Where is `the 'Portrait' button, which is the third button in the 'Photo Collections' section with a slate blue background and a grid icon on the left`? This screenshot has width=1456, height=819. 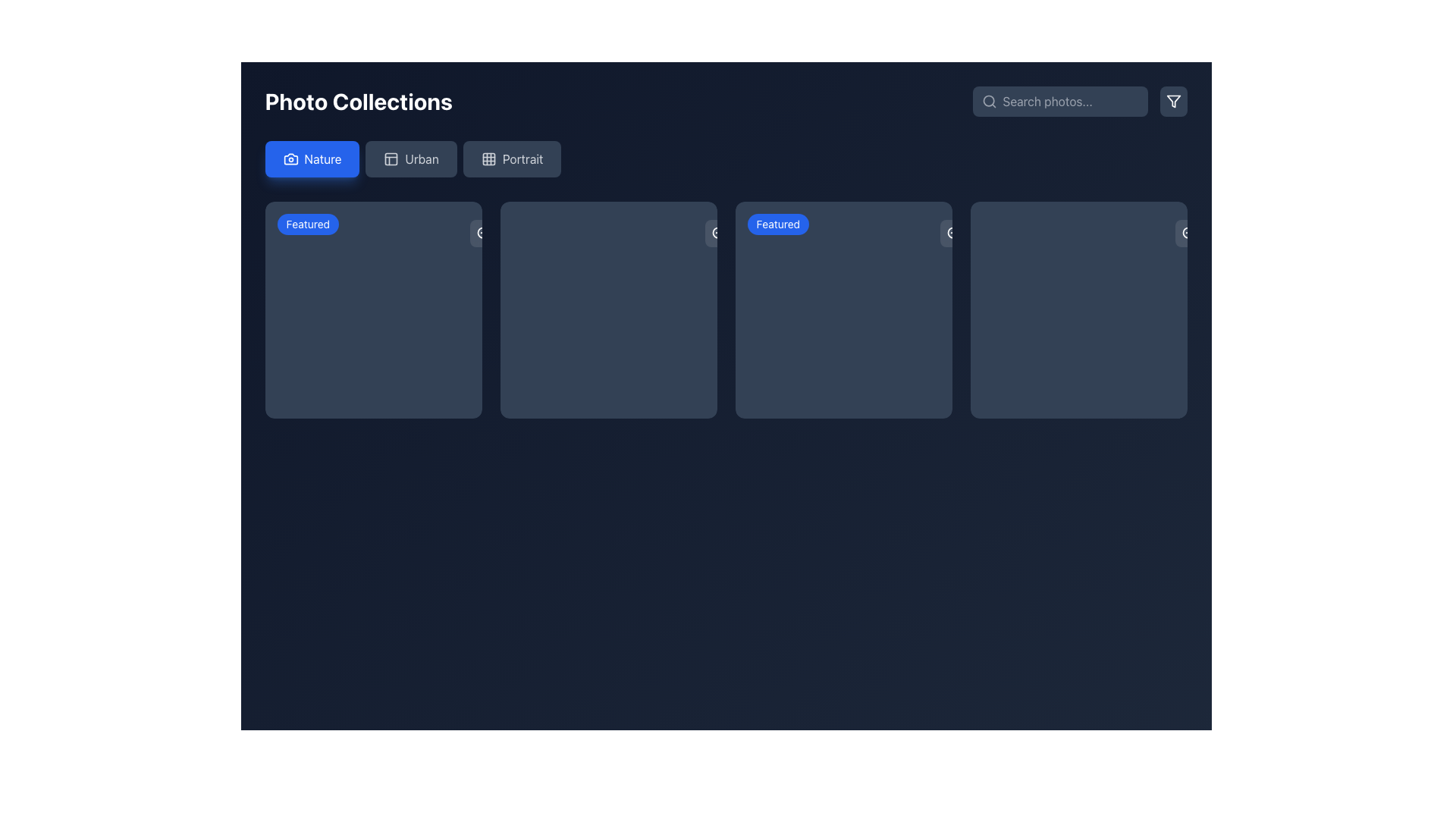 the 'Portrait' button, which is the third button in the 'Photo Collections' section with a slate blue background and a grid icon on the left is located at coordinates (512, 158).